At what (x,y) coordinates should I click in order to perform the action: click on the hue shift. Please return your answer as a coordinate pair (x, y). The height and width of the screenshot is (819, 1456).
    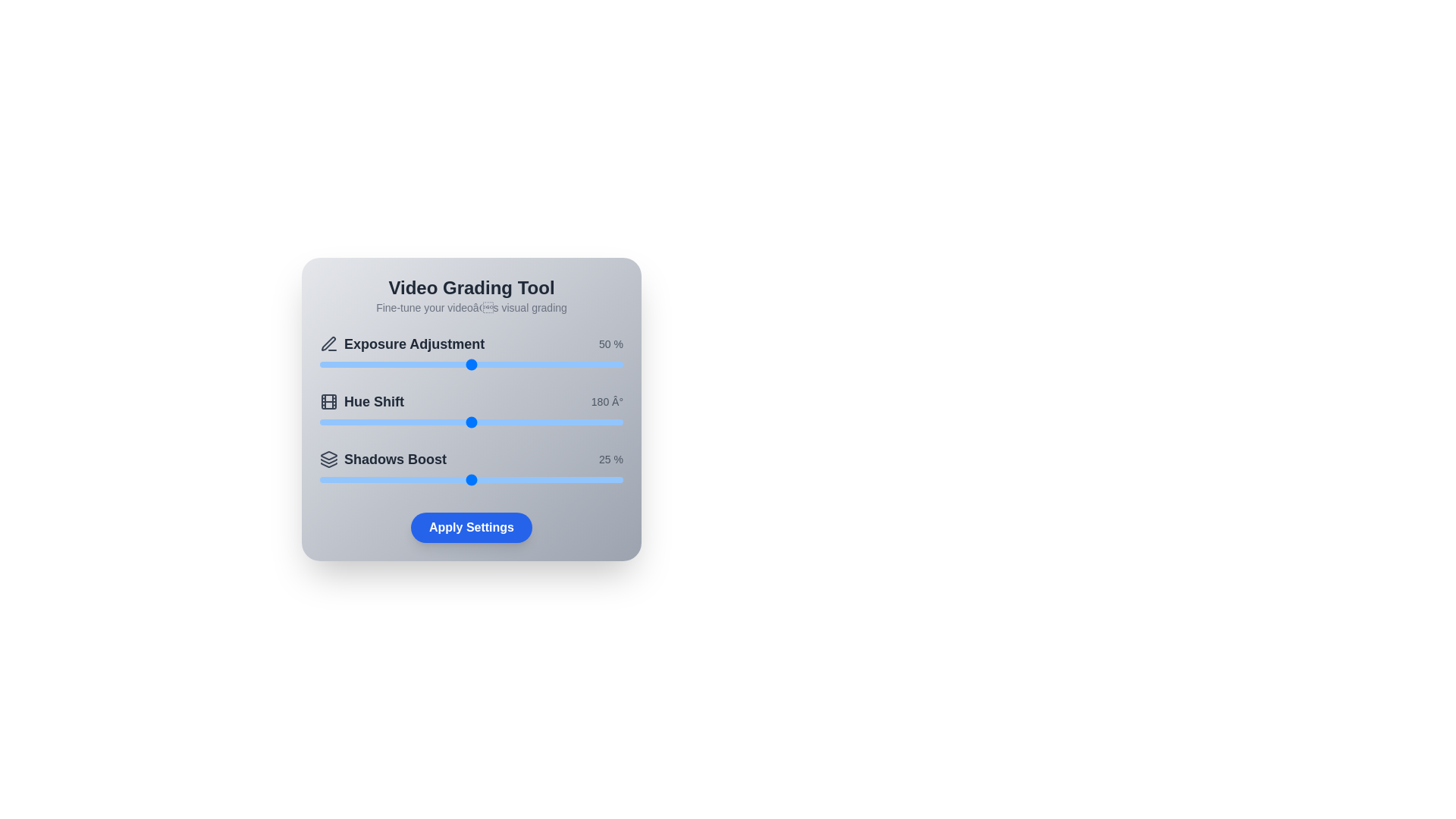
    Looking at the image, I should click on (590, 422).